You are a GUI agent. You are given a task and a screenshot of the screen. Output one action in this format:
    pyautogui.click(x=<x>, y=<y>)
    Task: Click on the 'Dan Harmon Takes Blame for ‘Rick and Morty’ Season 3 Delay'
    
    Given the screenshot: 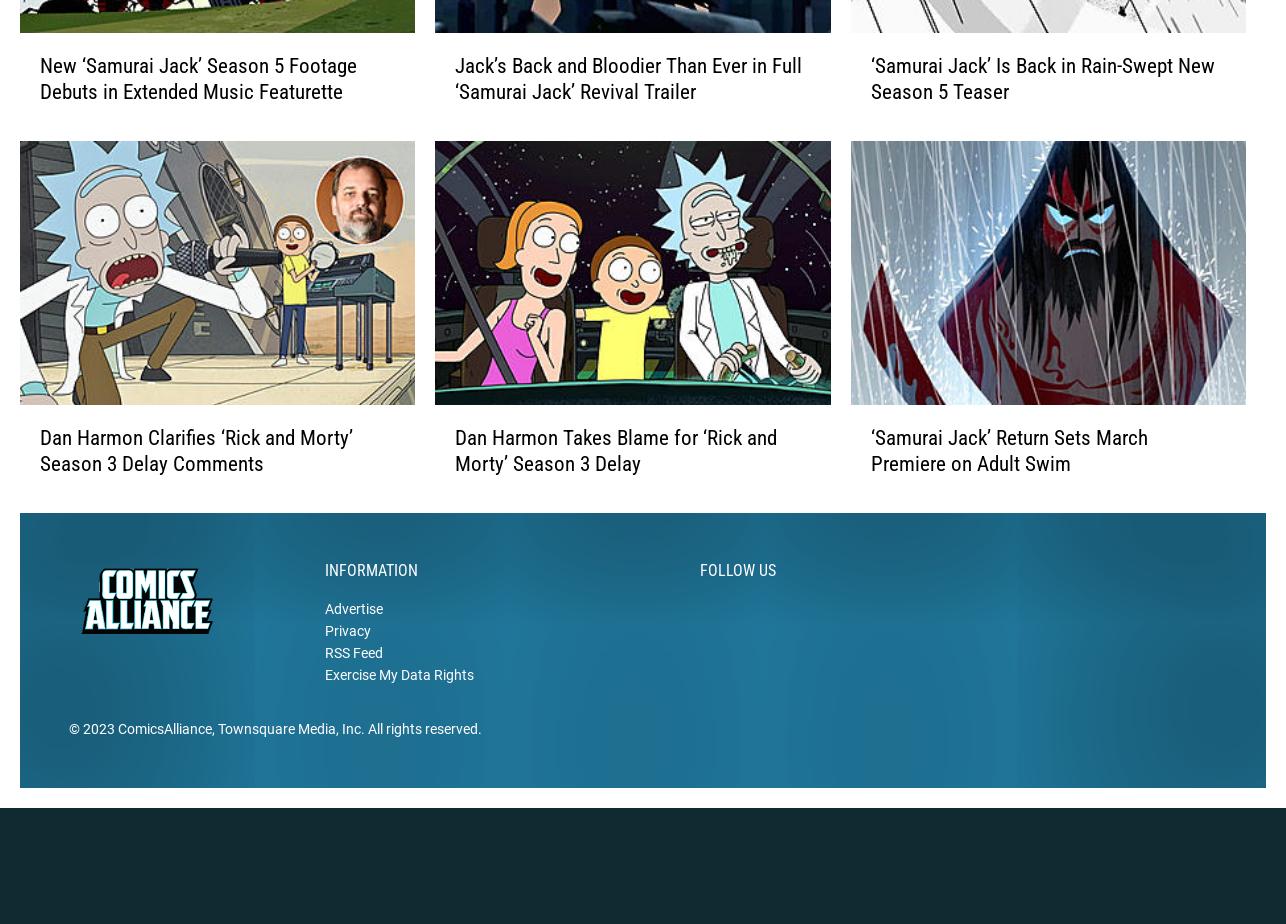 What is the action you would take?
    pyautogui.click(x=614, y=482)
    